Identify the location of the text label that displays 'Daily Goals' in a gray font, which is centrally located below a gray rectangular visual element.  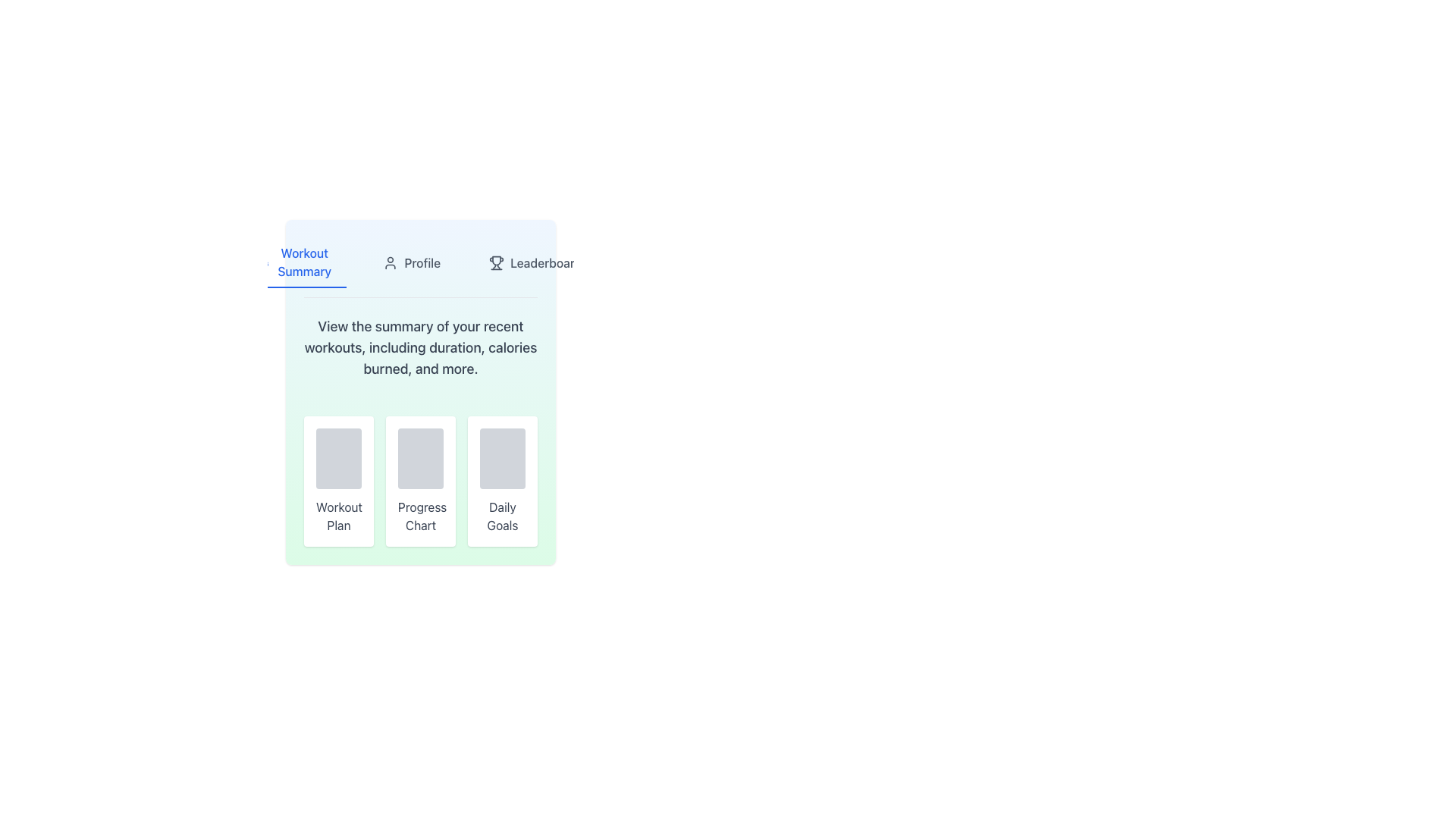
(502, 516).